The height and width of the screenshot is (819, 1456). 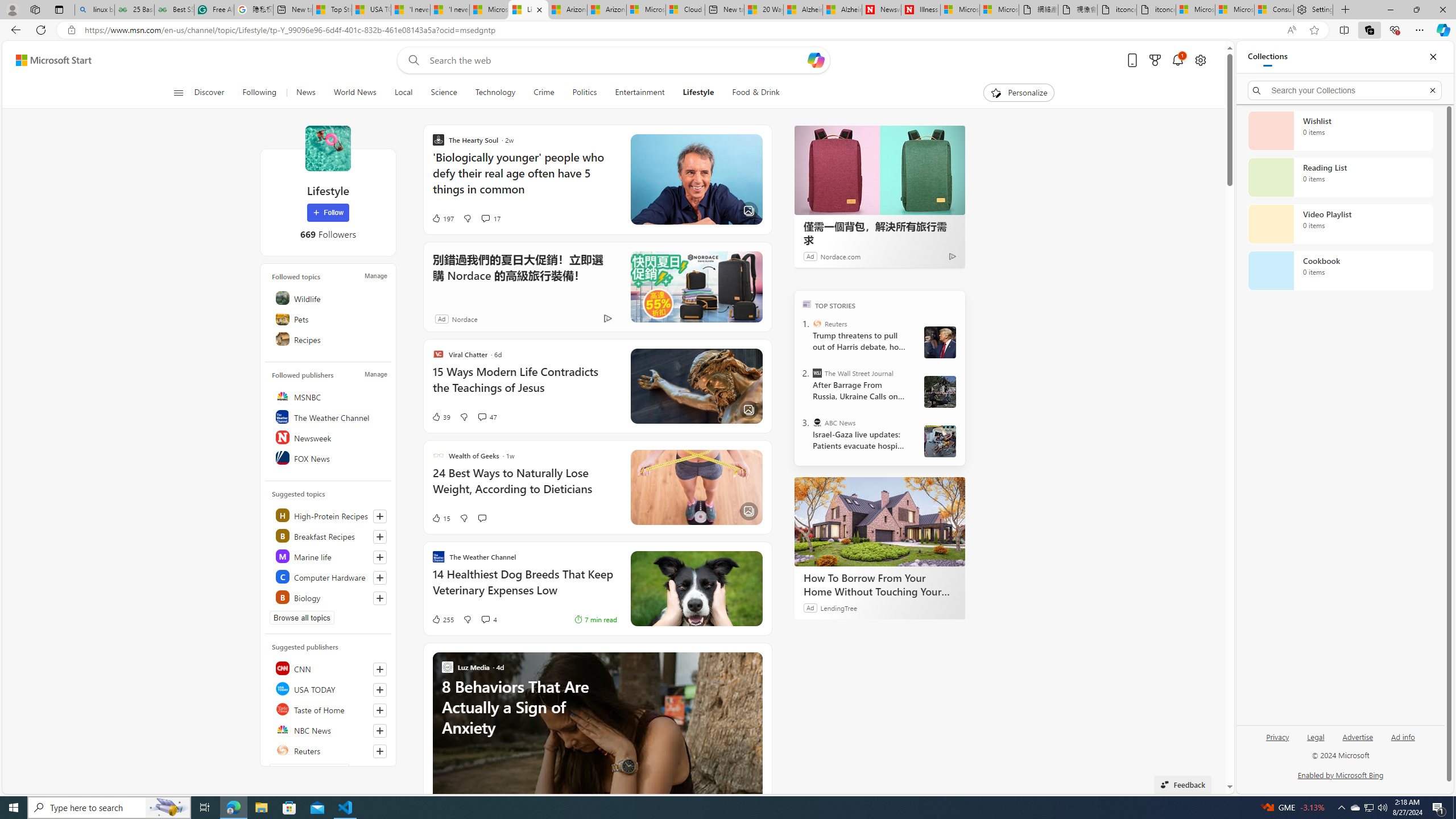 What do you see at coordinates (1433, 90) in the screenshot?
I see `'Exit search'` at bounding box center [1433, 90].